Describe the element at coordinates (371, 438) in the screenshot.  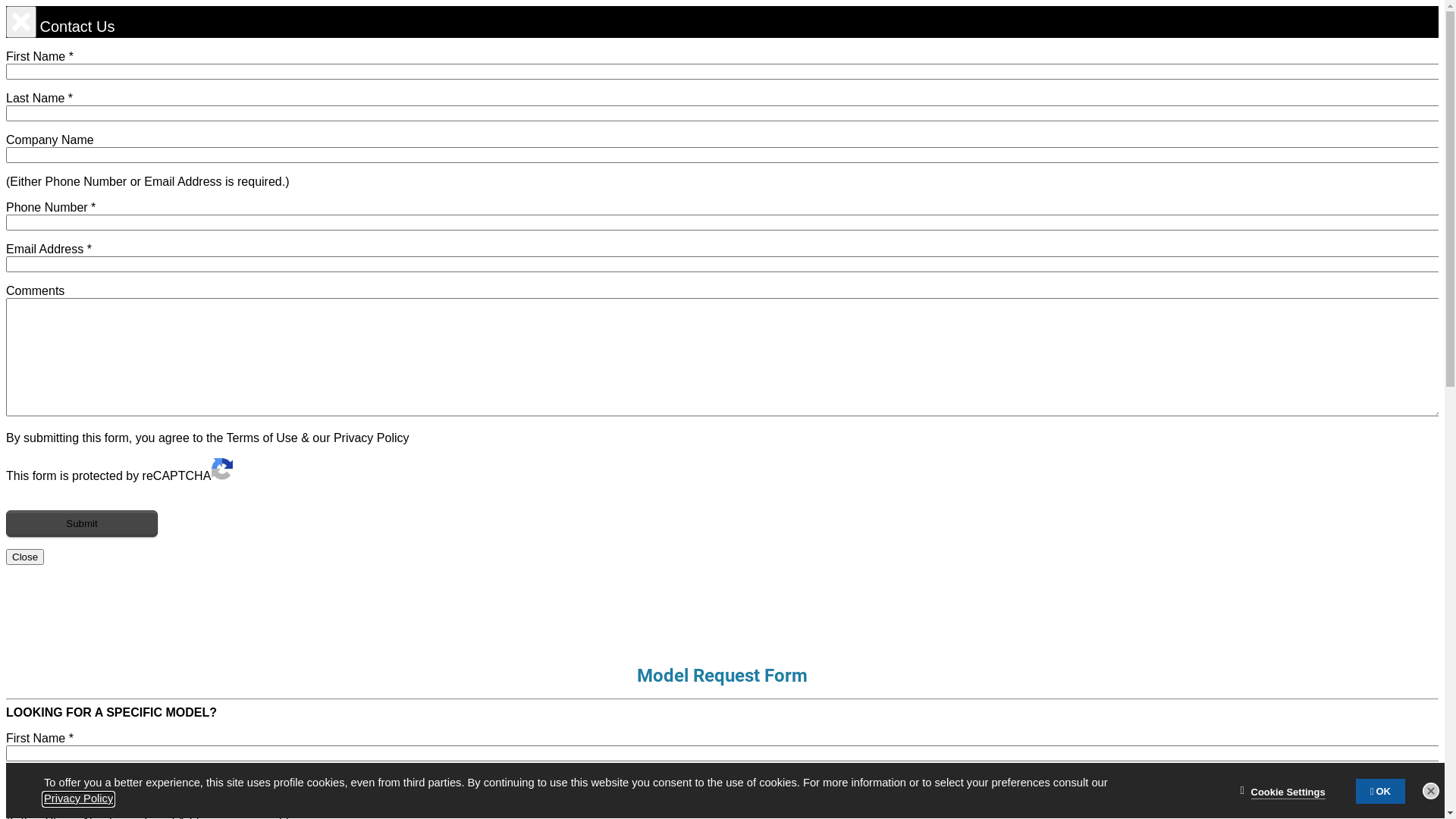
I see `'Privacy Policy'` at that location.